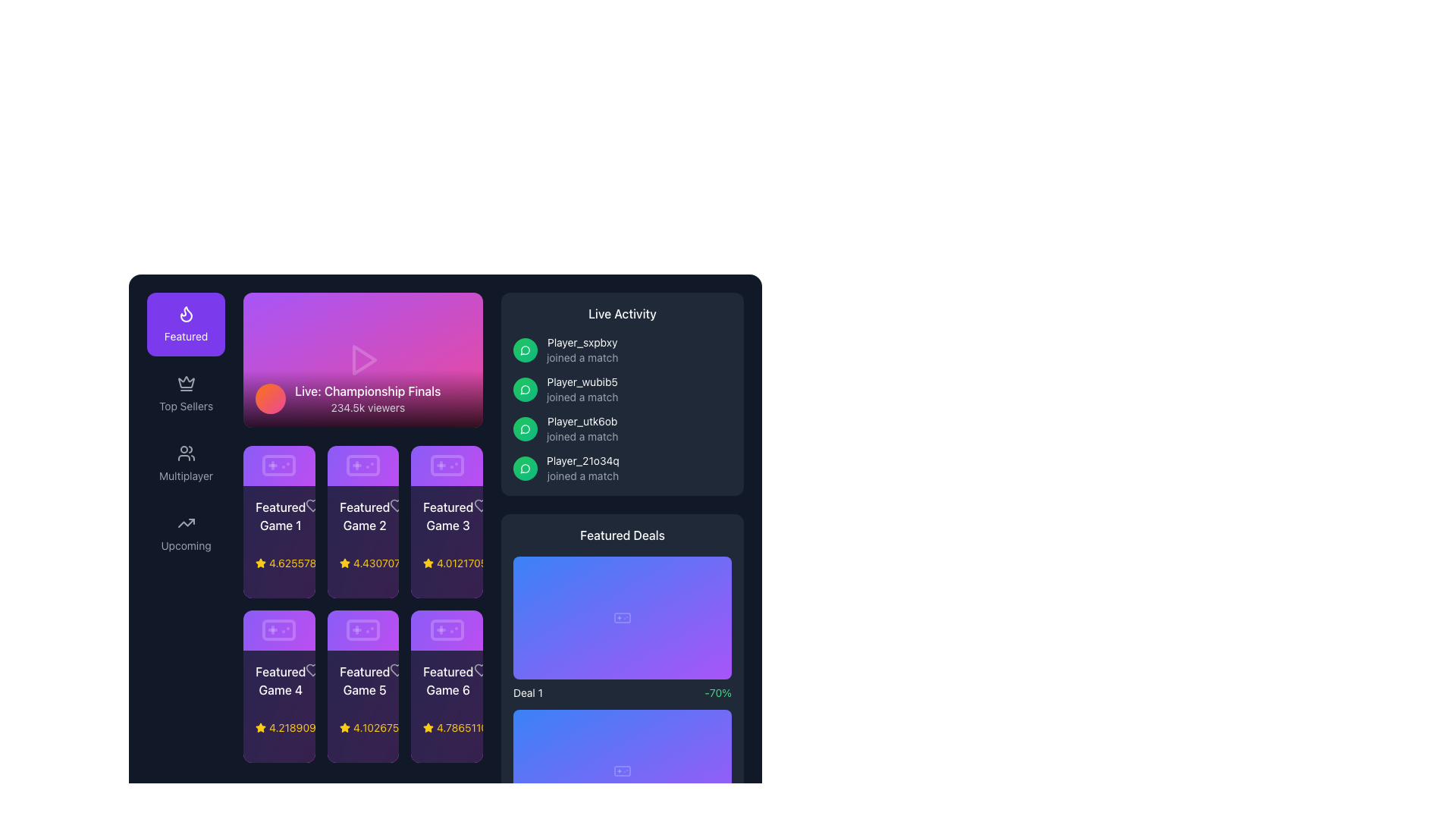 The width and height of the screenshot is (1456, 819). I want to click on the first game card in the grid located in the top-left corner, so click(279, 521).